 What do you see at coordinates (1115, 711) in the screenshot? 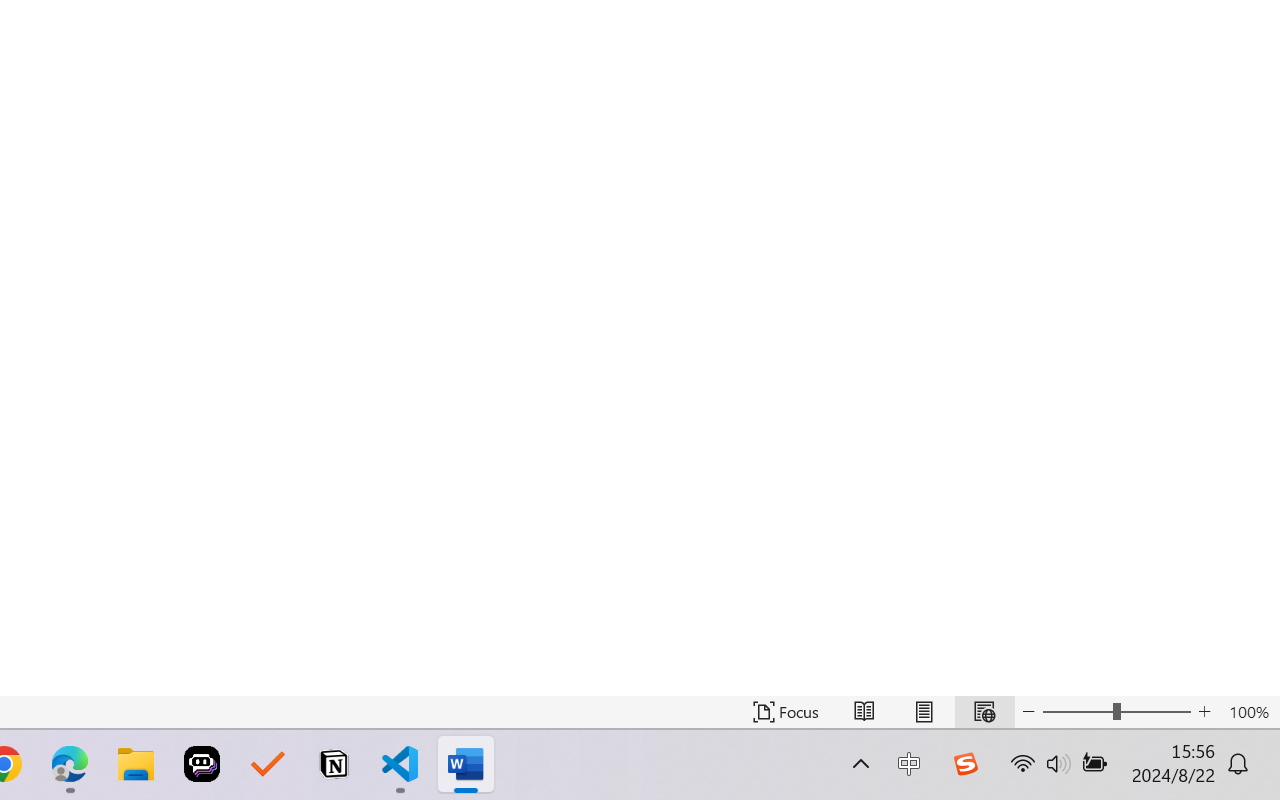
I see `'Zoom'` at bounding box center [1115, 711].